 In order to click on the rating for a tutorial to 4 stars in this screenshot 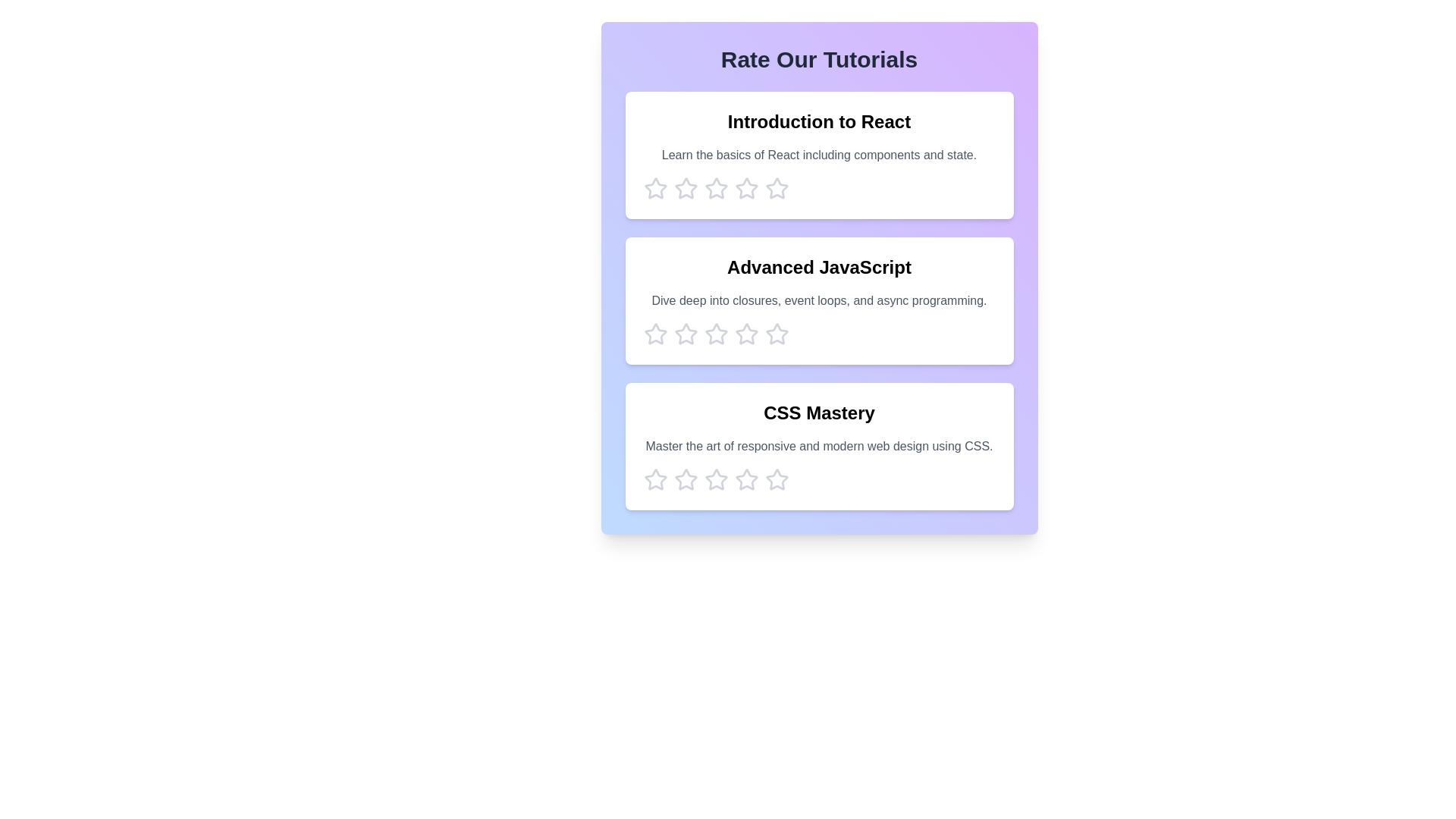, I will do `click(746, 188)`.